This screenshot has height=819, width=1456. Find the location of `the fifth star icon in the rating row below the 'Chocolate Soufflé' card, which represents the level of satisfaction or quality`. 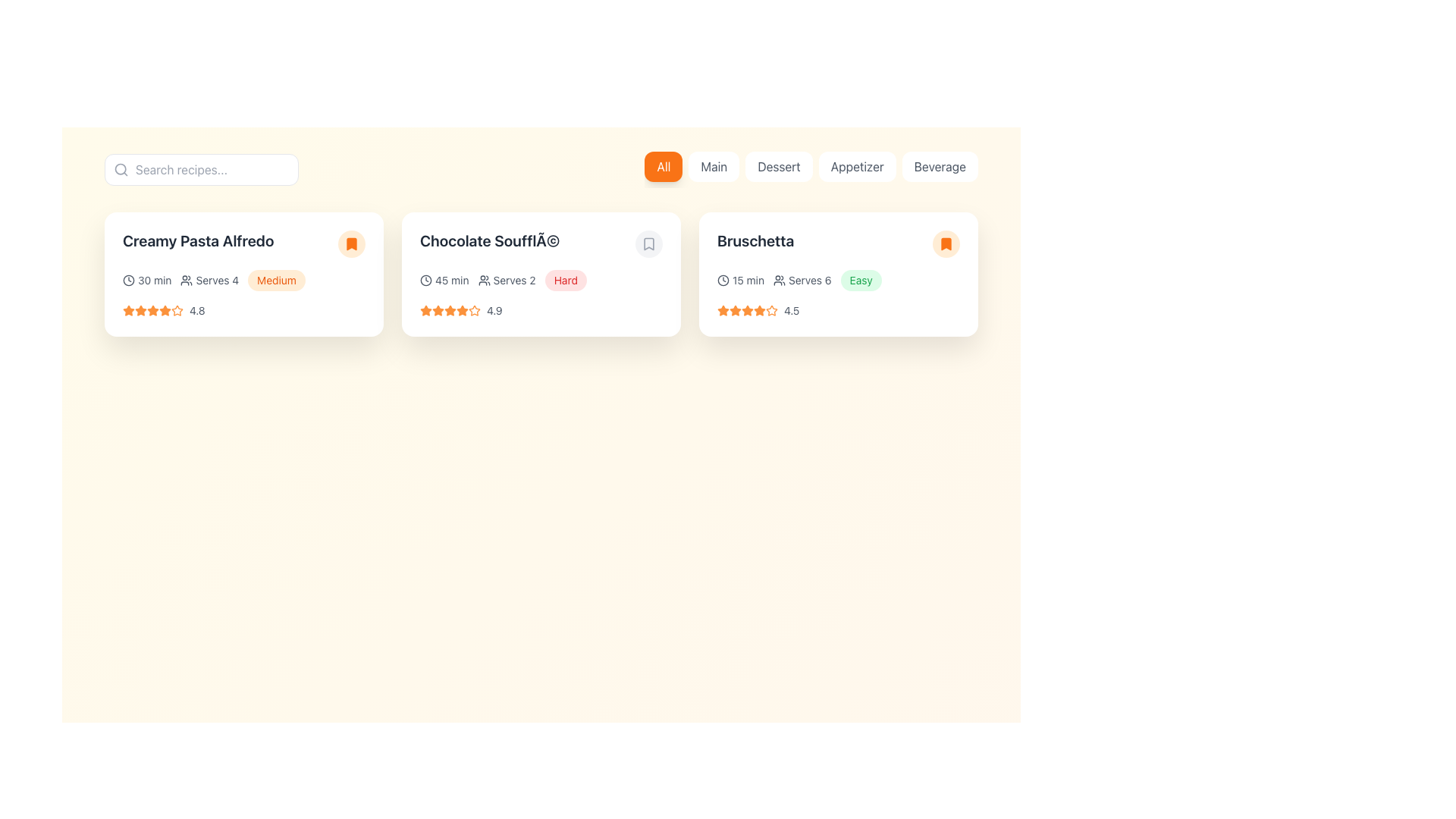

the fifth star icon in the rating row below the 'Chocolate Soufflé' card, which represents the level of satisfaction or quality is located at coordinates (473, 309).